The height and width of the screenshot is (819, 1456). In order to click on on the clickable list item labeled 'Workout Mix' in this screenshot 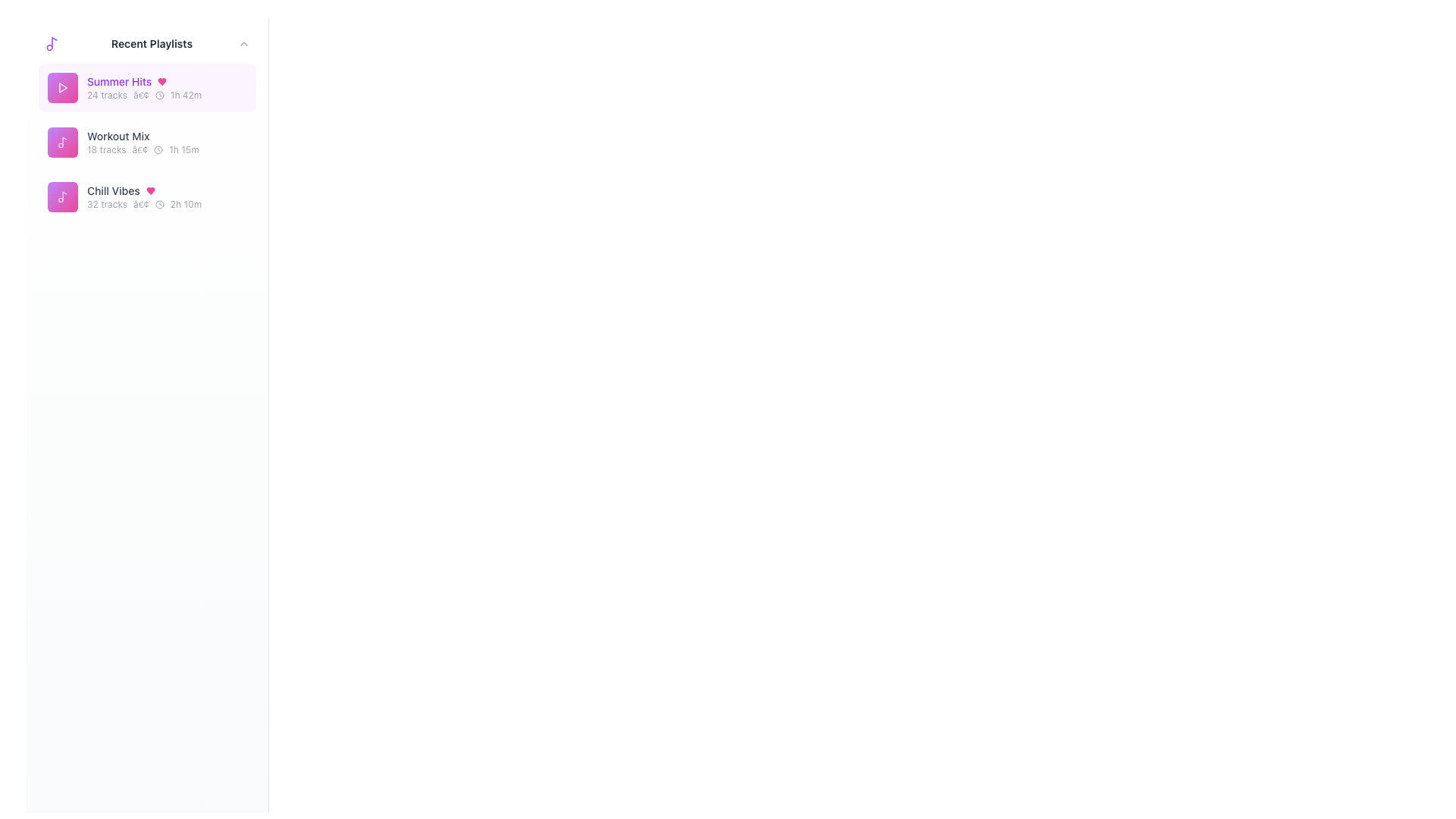, I will do `click(147, 143)`.